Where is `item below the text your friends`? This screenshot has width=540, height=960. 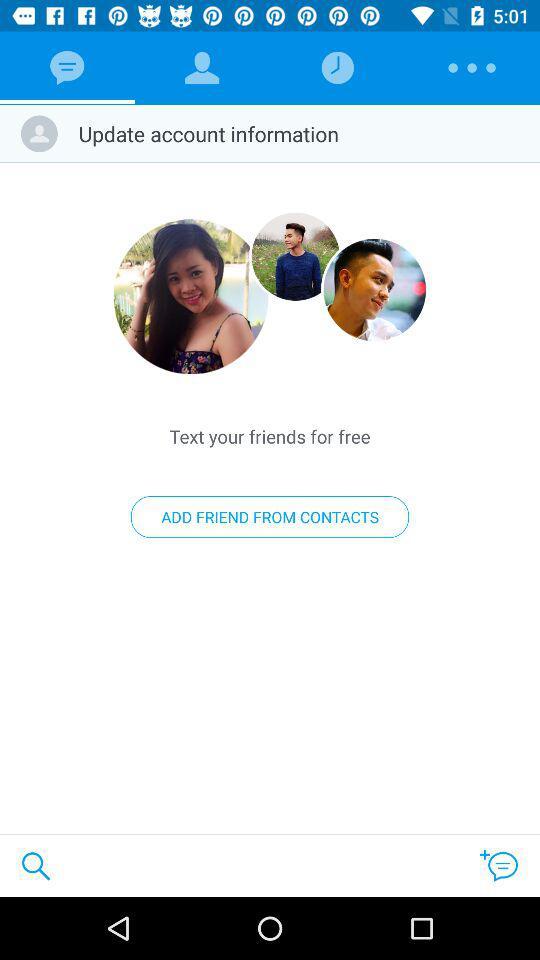 item below the text your friends is located at coordinates (270, 516).